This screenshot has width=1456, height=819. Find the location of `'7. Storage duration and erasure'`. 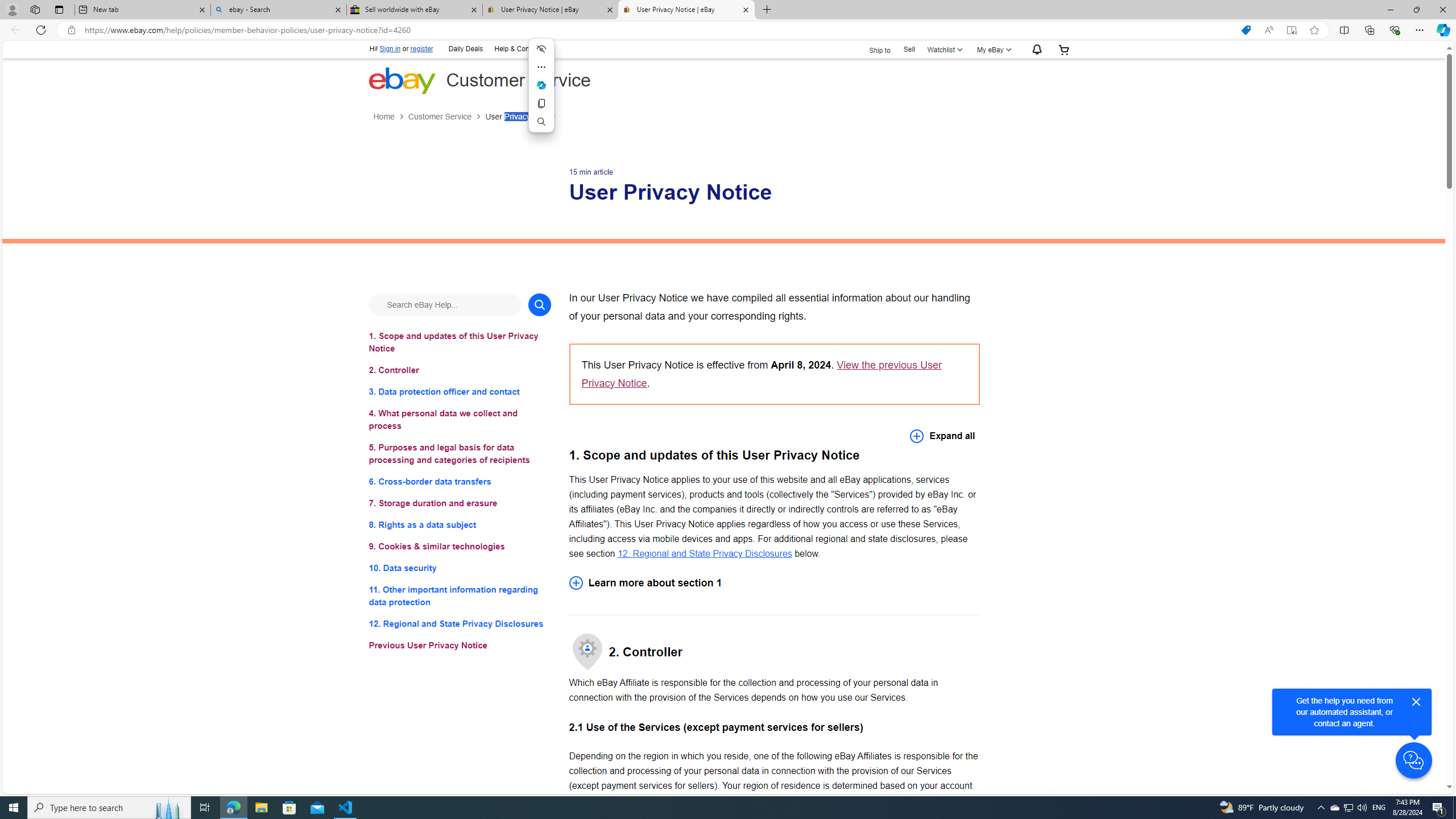

'7. Storage duration and erasure' is located at coordinates (459, 503).